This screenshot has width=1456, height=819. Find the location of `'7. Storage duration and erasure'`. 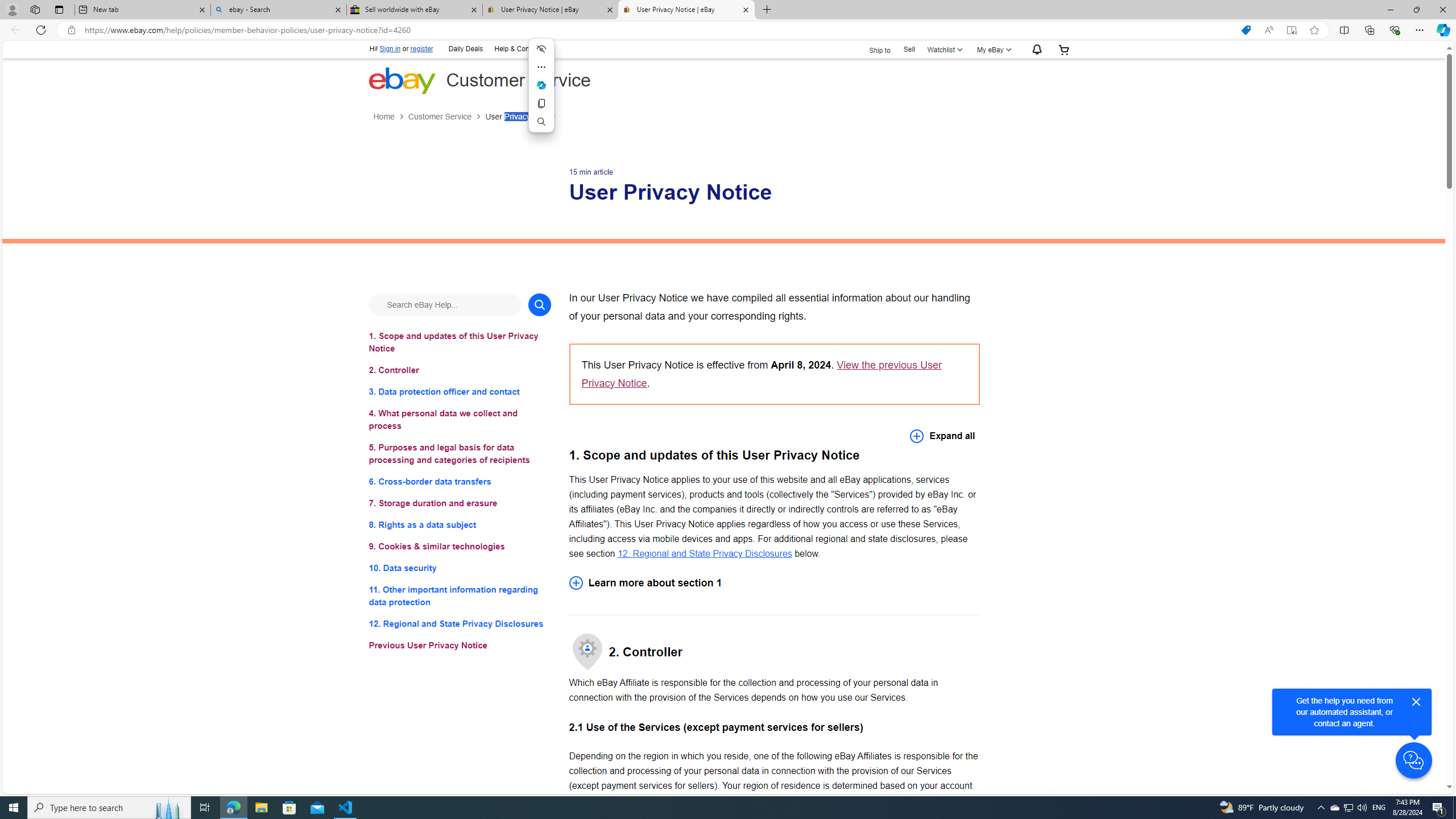

'7. Storage duration and erasure' is located at coordinates (459, 503).